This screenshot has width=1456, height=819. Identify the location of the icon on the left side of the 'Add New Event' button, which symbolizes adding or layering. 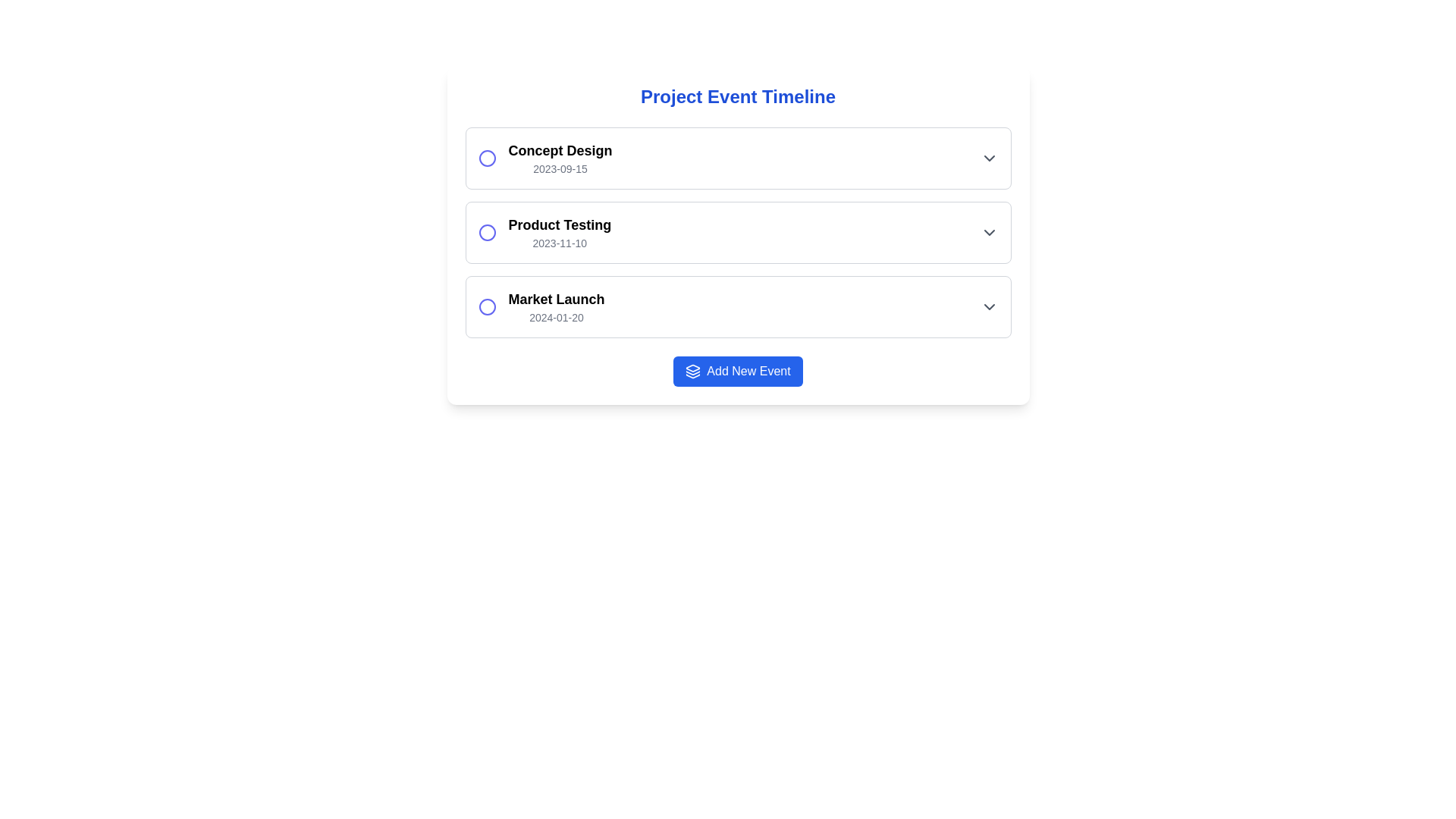
(692, 371).